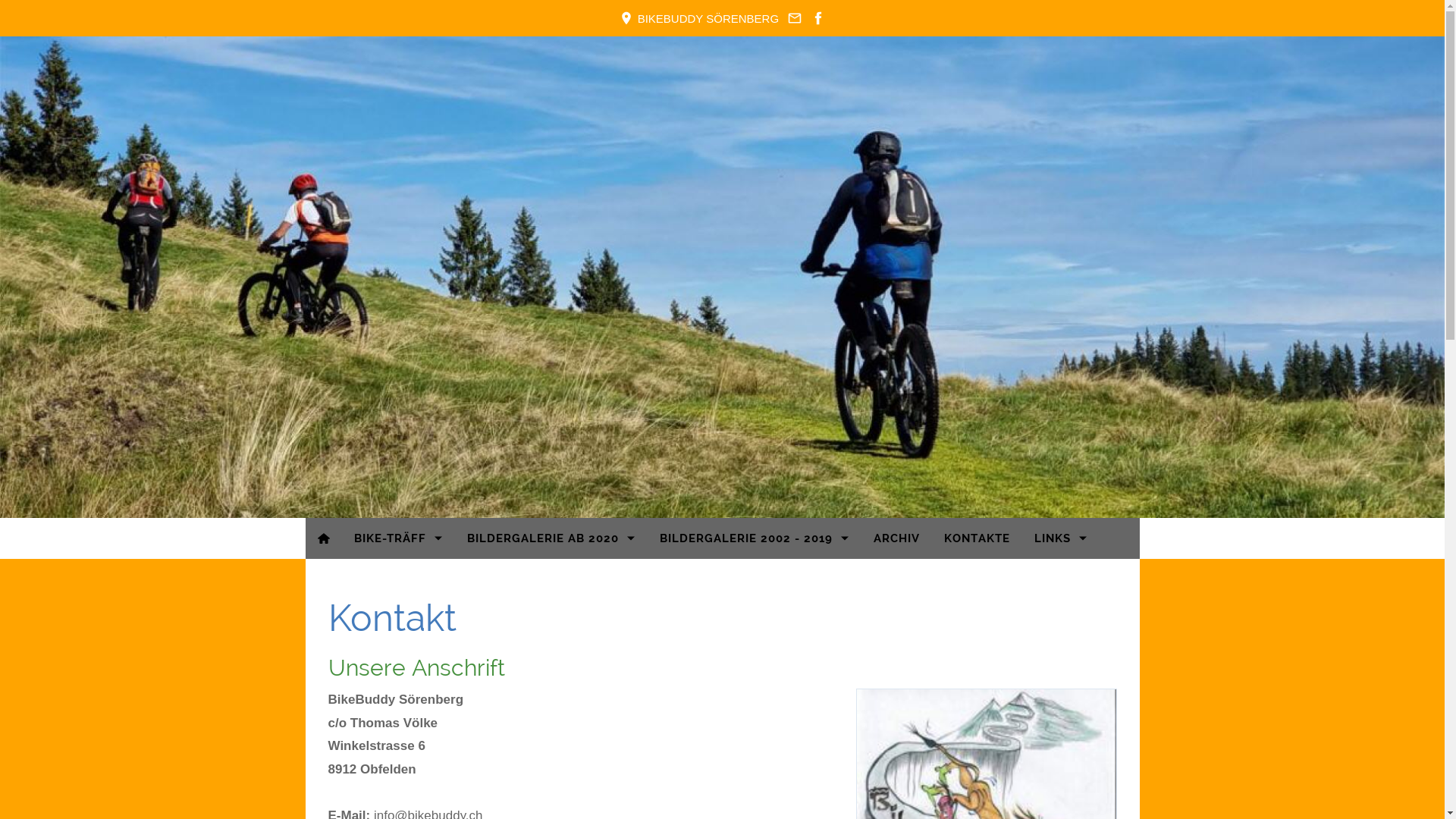  I want to click on 'ARCHIV', so click(861, 537).